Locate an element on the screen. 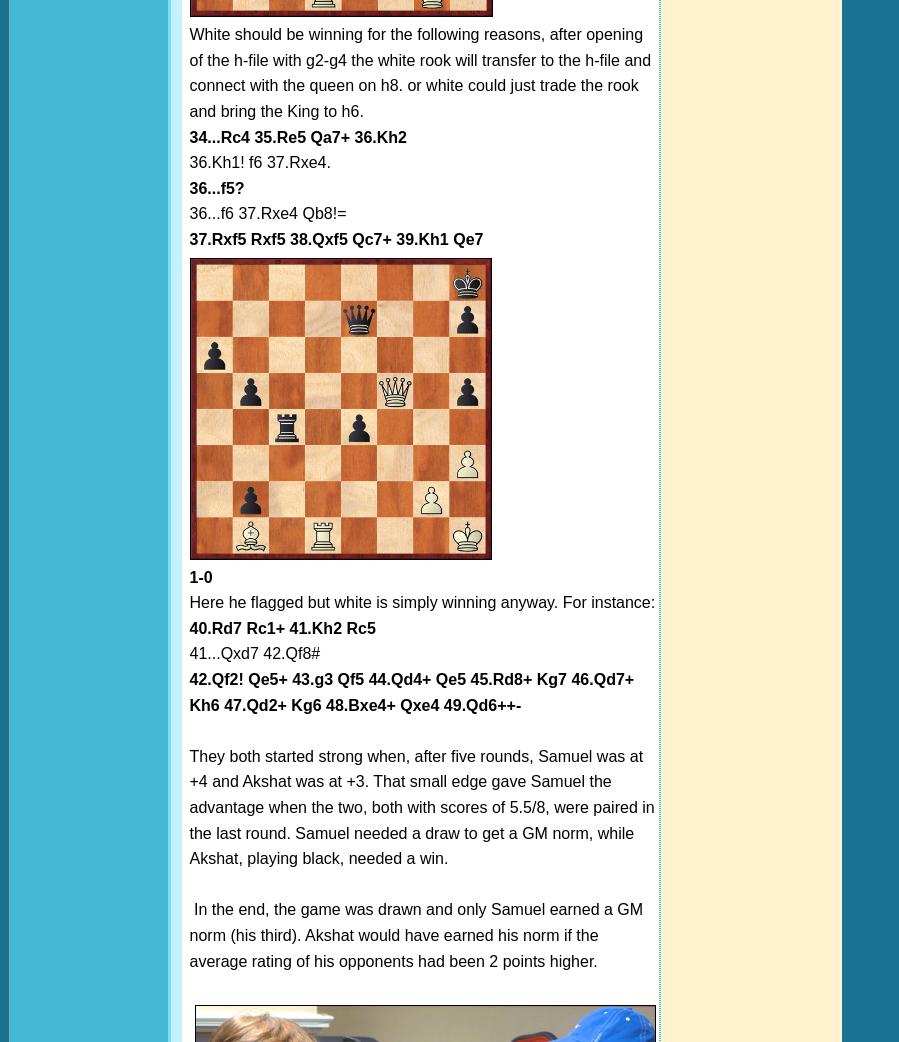  '1-0' is located at coordinates (200, 575).